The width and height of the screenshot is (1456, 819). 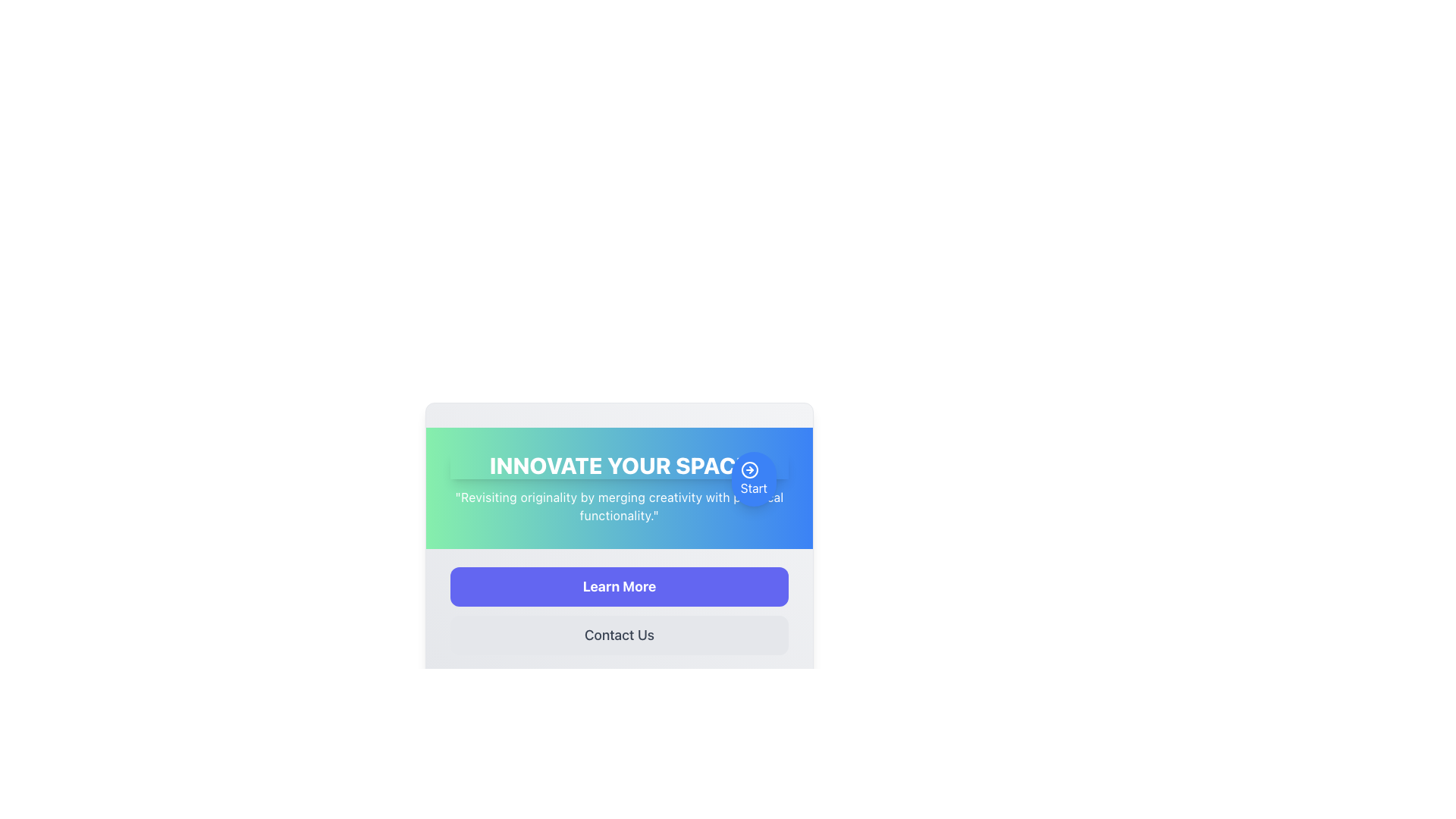 I want to click on the circular button with a blue background and the label 'Start' for keyboard interaction, so click(x=754, y=479).